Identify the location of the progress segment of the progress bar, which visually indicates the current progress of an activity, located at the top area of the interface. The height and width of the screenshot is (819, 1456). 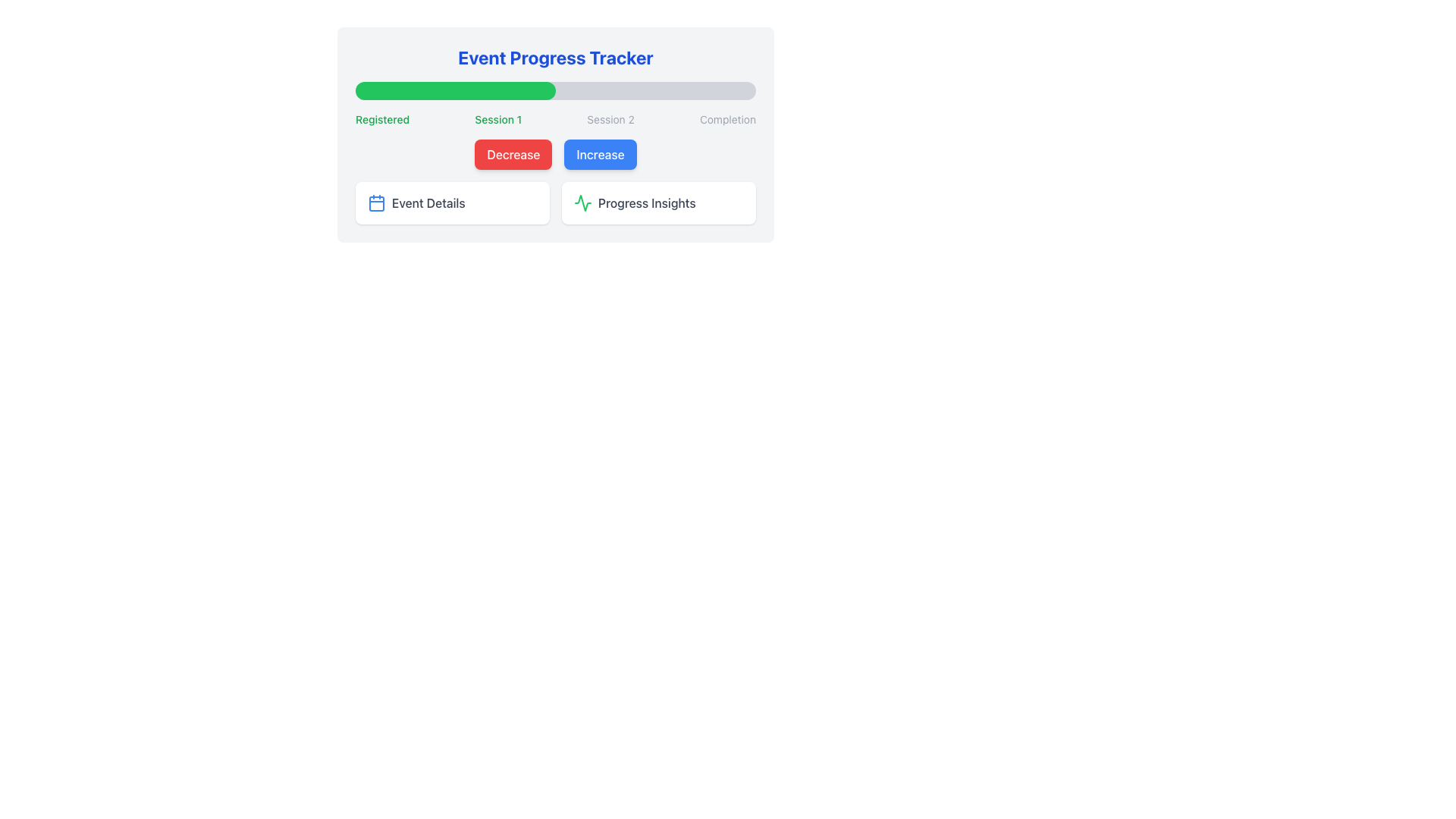
(454, 90).